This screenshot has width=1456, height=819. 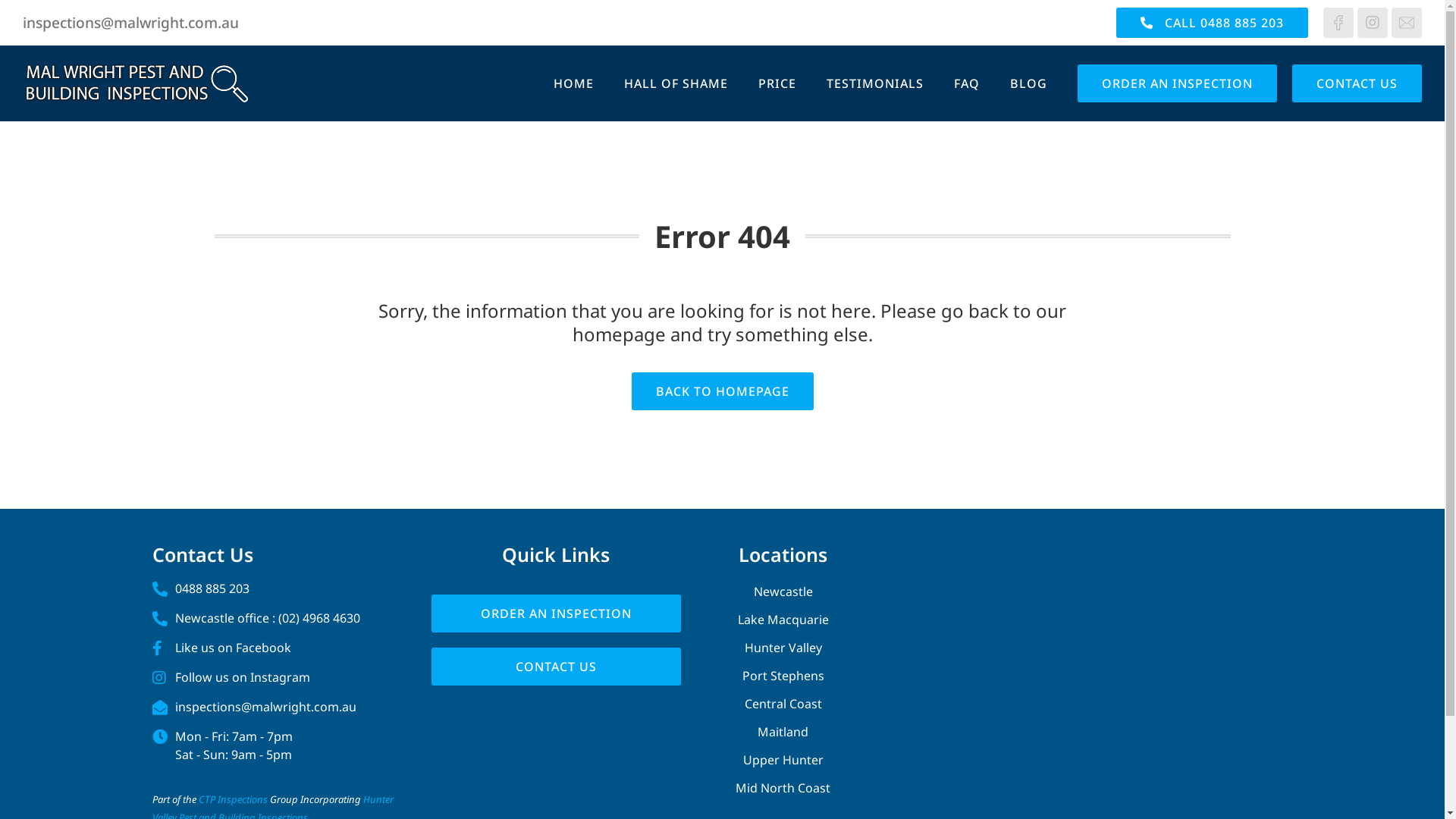 What do you see at coordinates (966, 83) in the screenshot?
I see `'FAQ'` at bounding box center [966, 83].